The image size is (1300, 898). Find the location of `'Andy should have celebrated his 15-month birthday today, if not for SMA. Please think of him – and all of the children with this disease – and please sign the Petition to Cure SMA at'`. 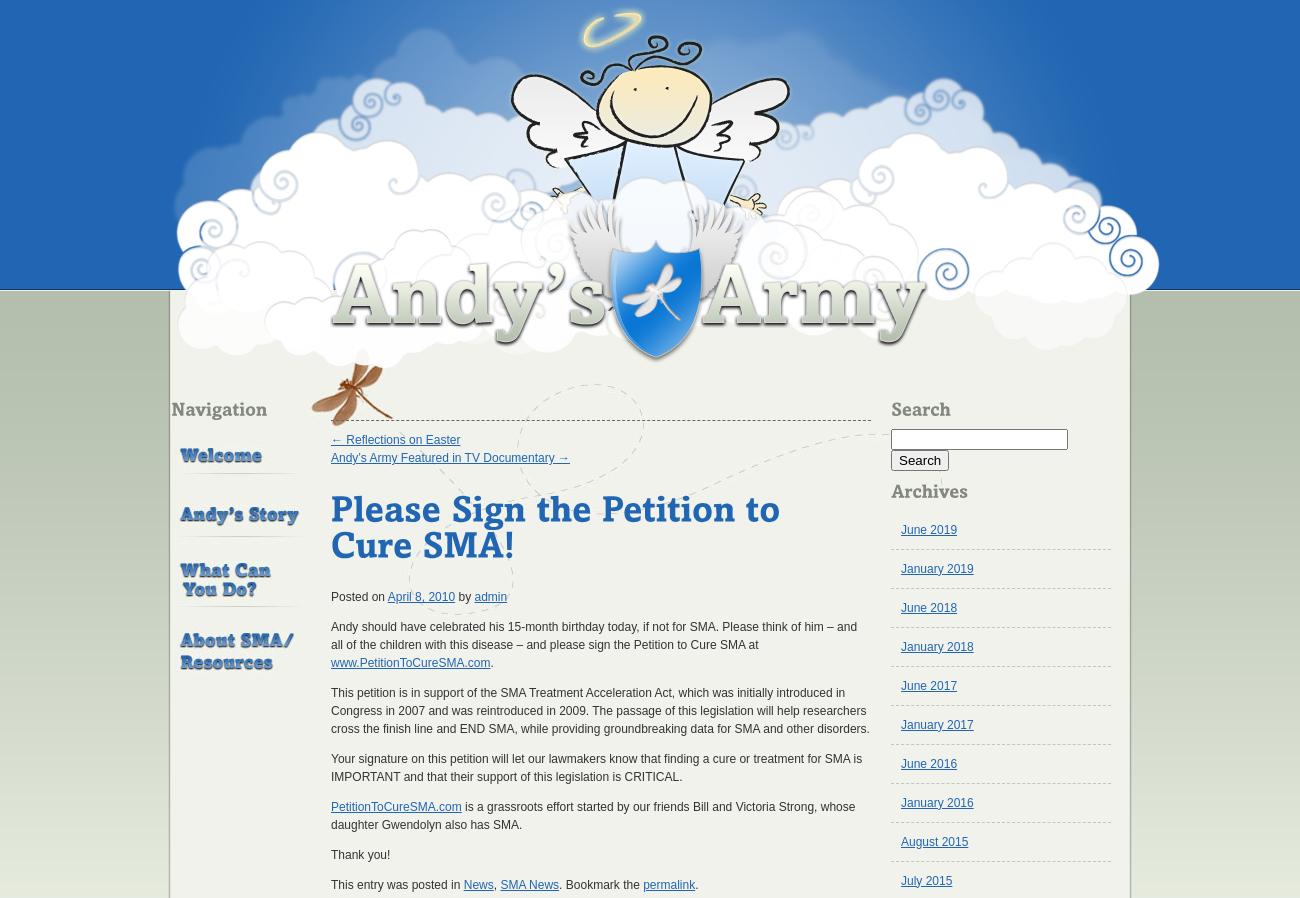

'Andy should have celebrated his 15-month birthday today, if not for SMA. Please think of him – and all of the children with this disease – and please sign the Petition to Cure SMA at' is located at coordinates (592, 634).